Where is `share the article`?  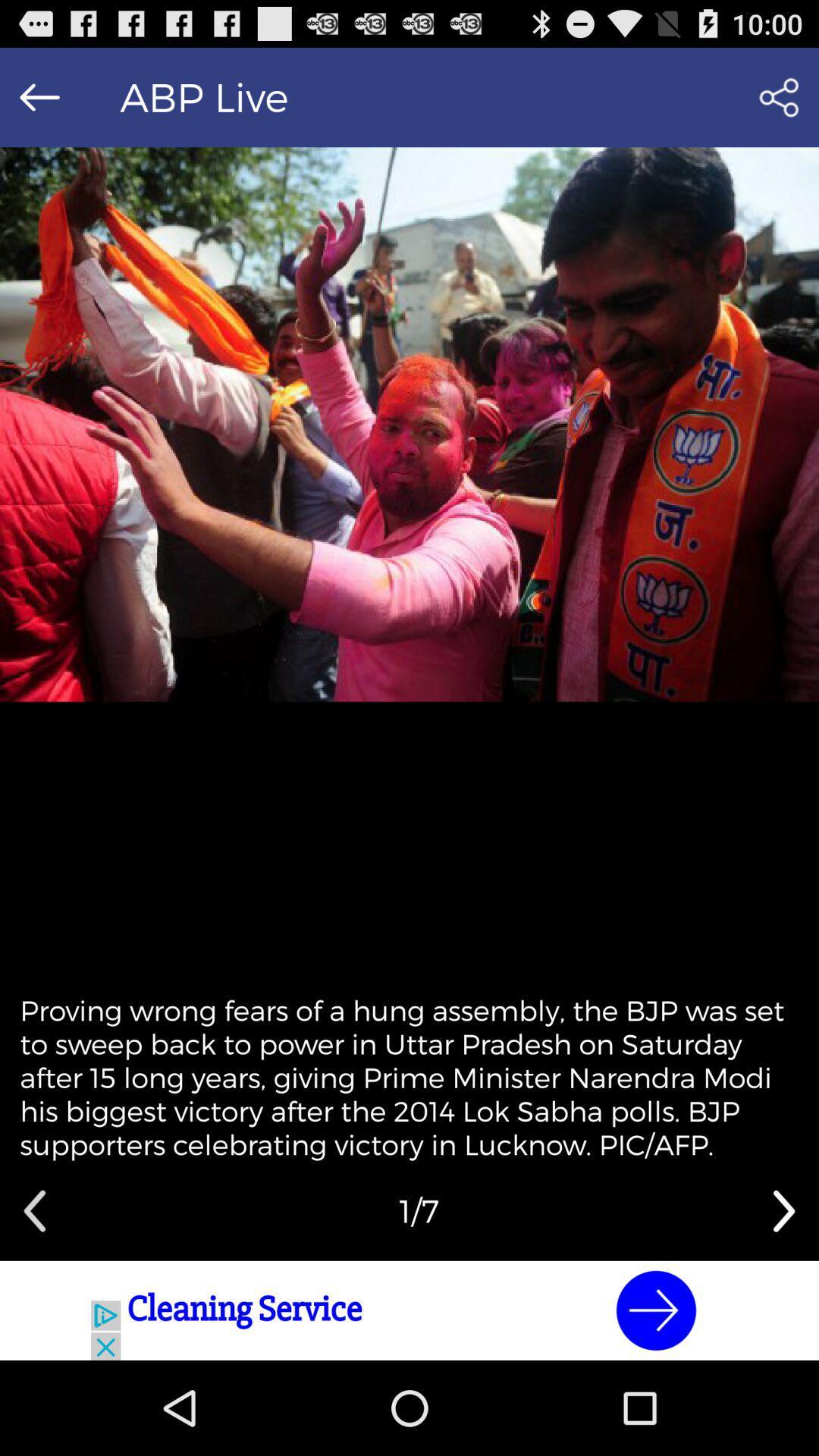 share the article is located at coordinates (779, 96).